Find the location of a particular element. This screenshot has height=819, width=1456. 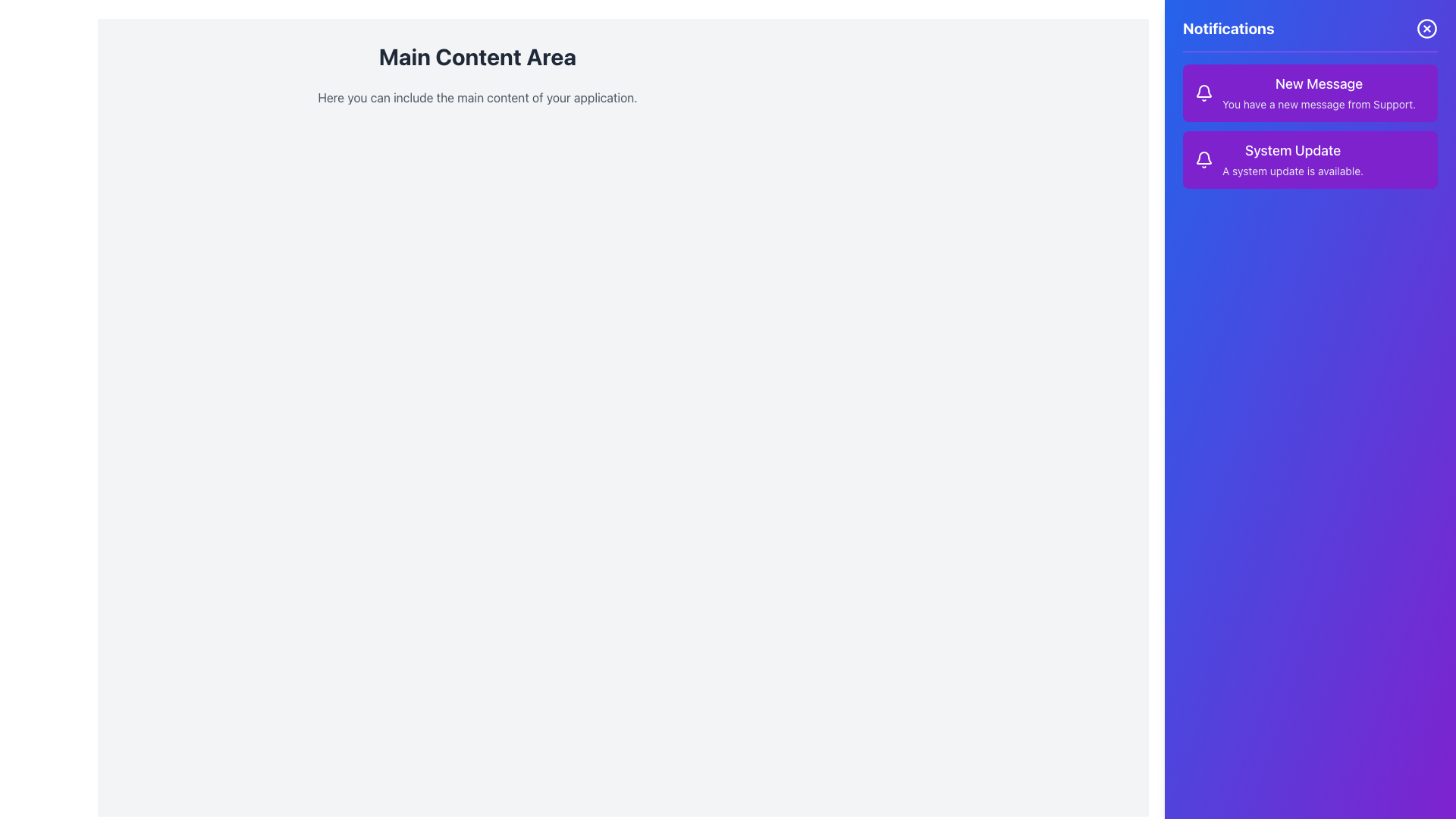

the SVG Circle element outlined in white on a blue background, located in the top-right corner of the notification sidebar is located at coordinates (1426, 28).